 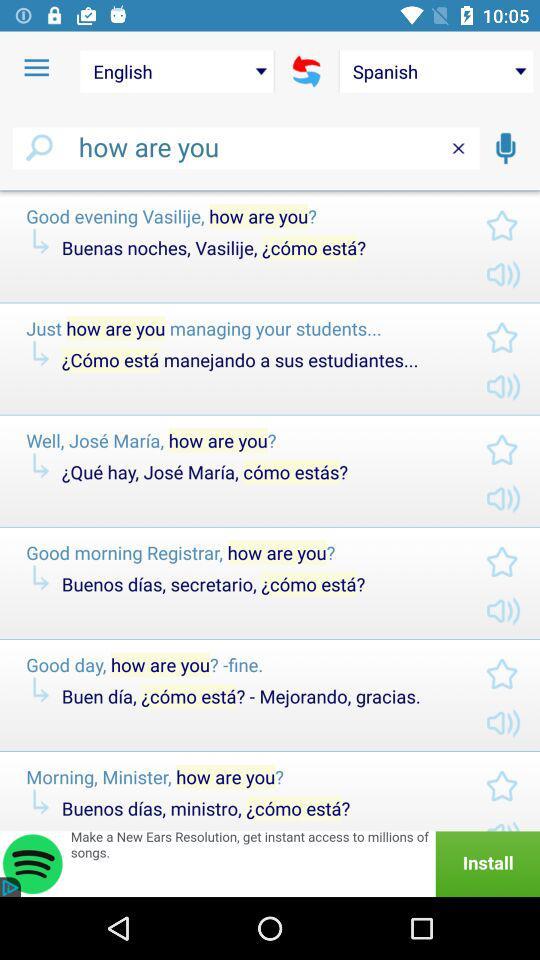 What do you see at coordinates (504, 147) in the screenshot?
I see `the microphone icon` at bounding box center [504, 147].